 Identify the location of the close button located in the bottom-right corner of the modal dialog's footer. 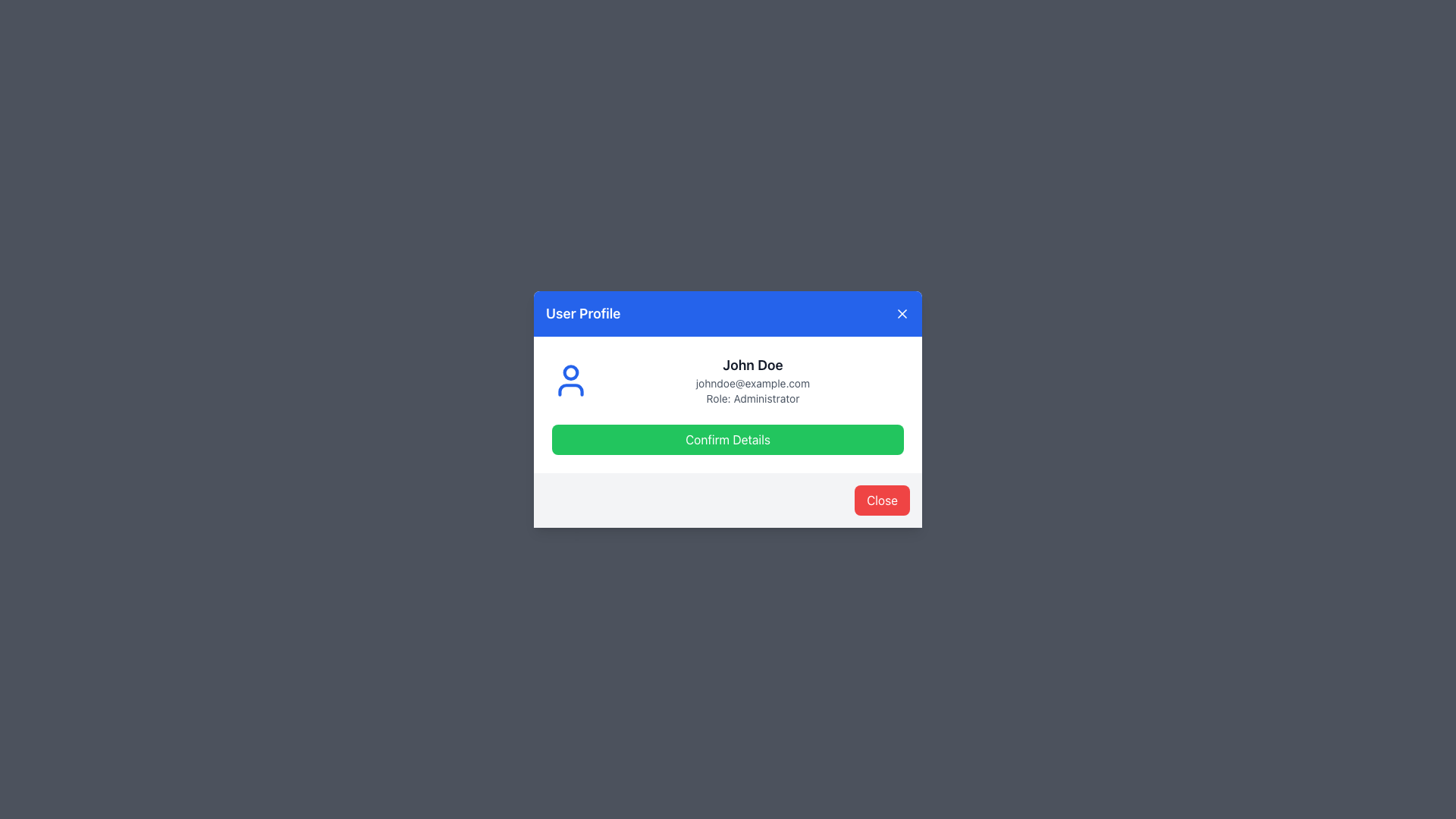
(882, 500).